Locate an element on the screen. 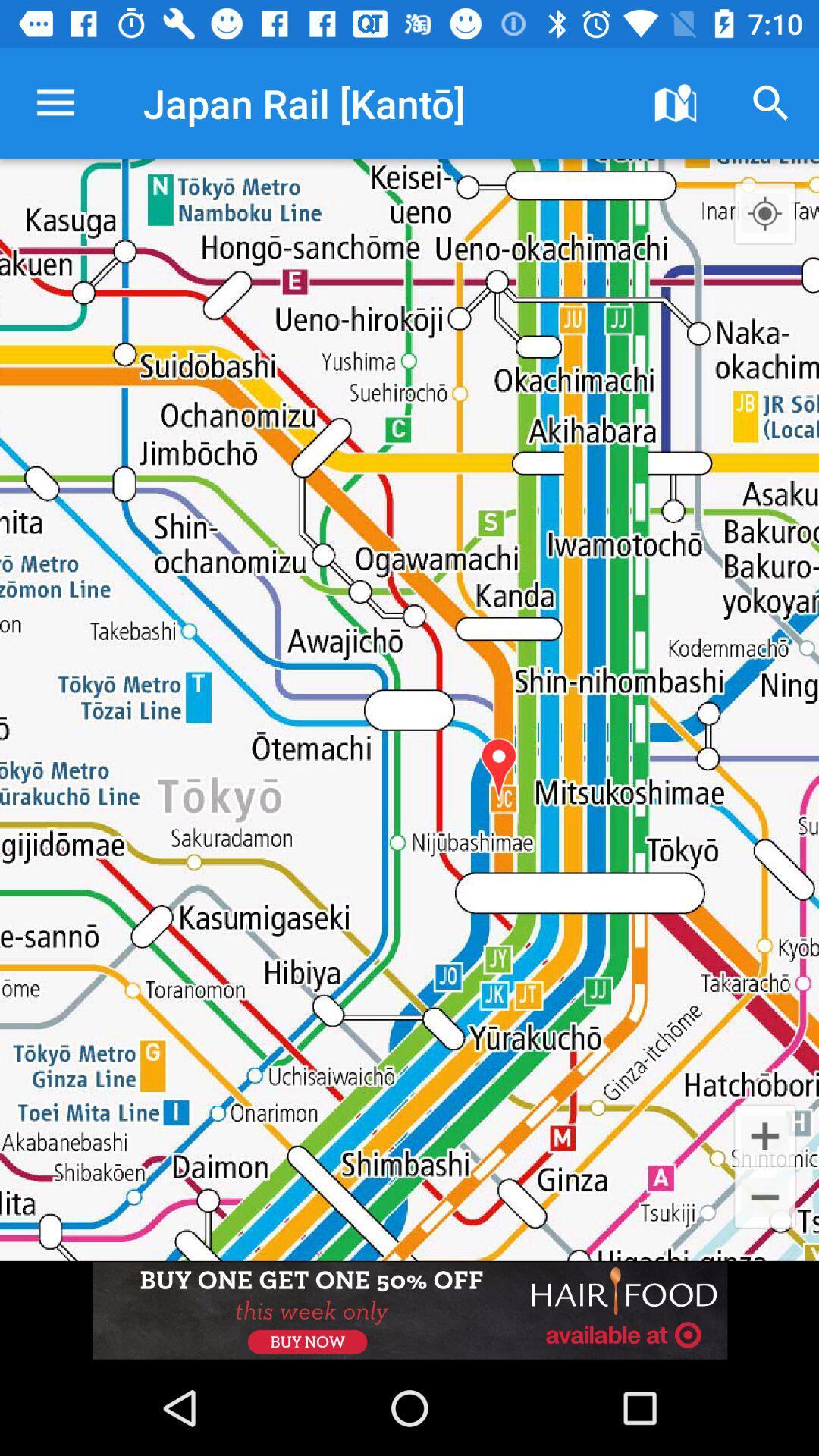 This screenshot has width=819, height=1456. zoomout the page is located at coordinates (764, 1197).